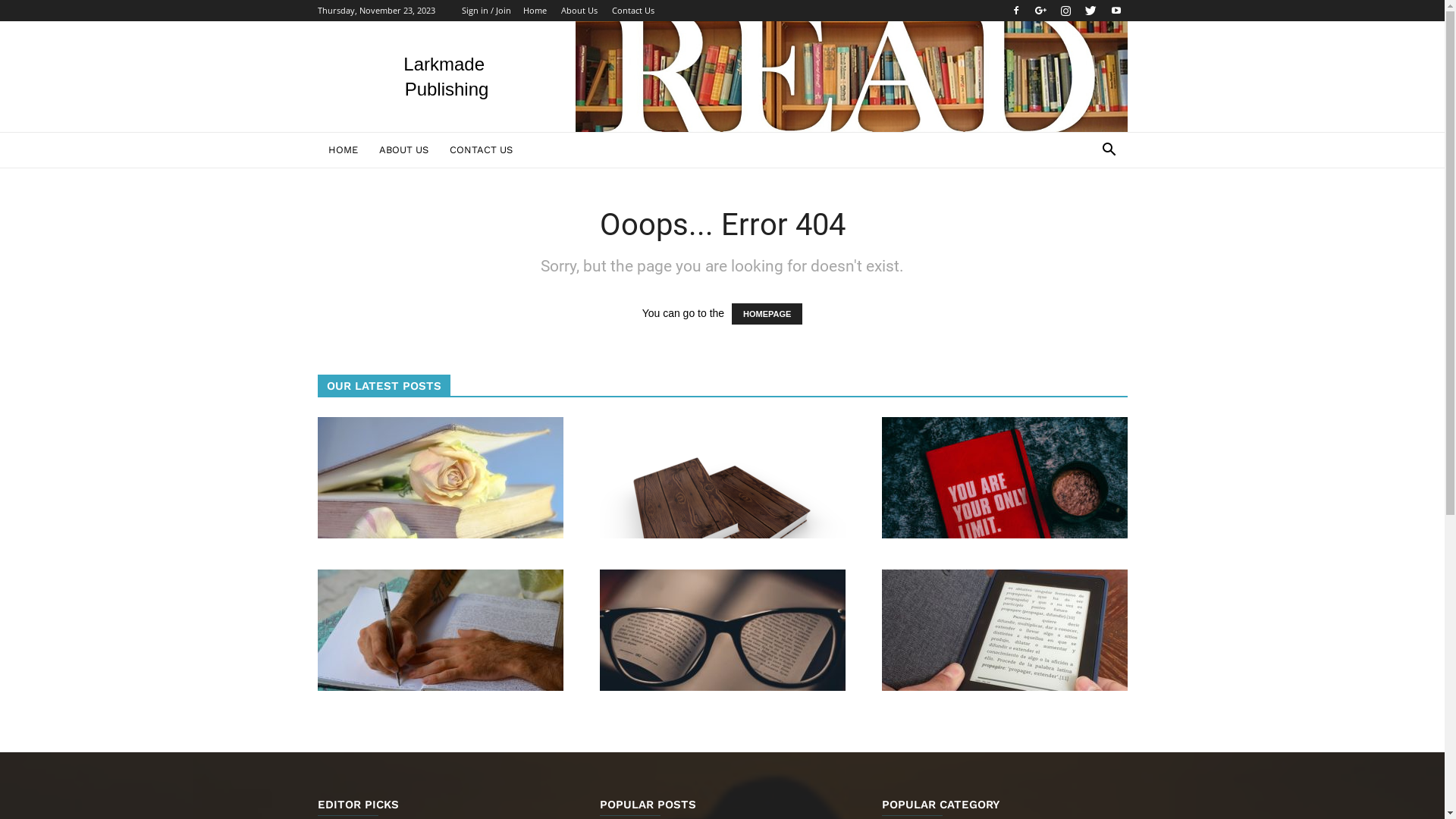  What do you see at coordinates (535, 10) in the screenshot?
I see `'Home'` at bounding box center [535, 10].